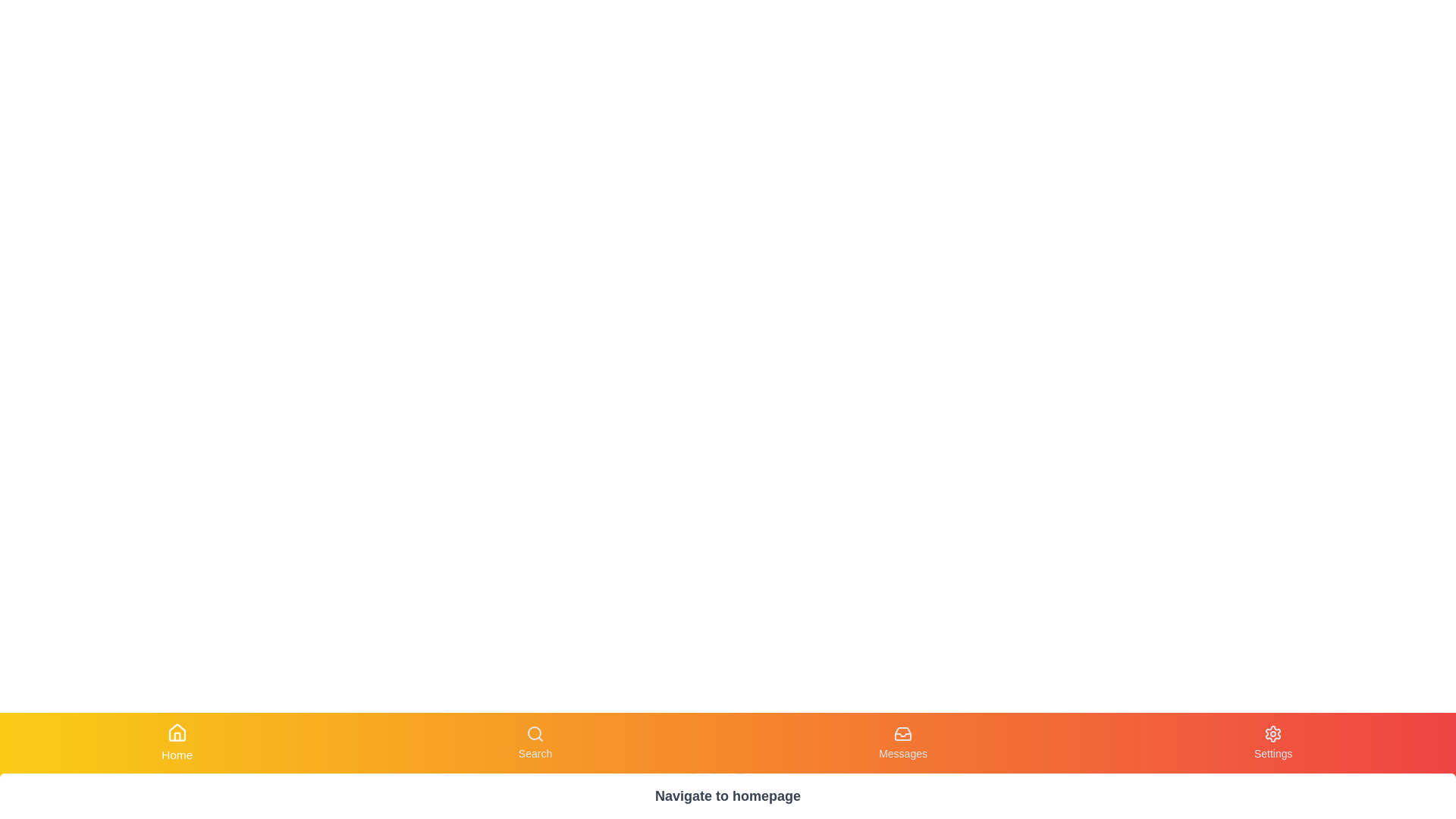 Image resolution: width=1456 pixels, height=819 pixels. What do you see at coordinates (177, 742) in the screenshot?
I see `the Home tab by clicking its corresponding button` at bounding box center [177, 742].